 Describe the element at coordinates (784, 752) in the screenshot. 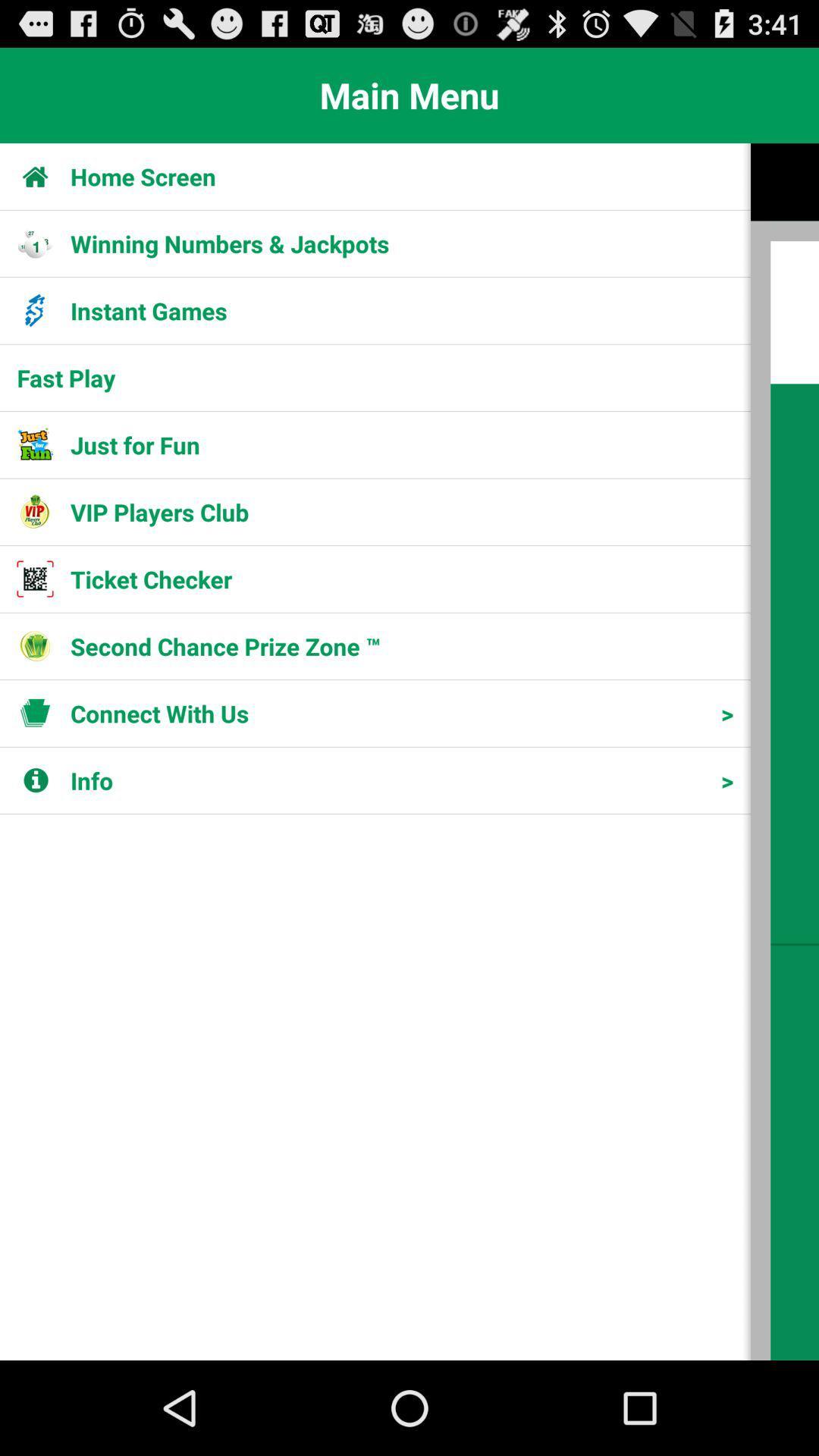

I see `return to previous page` at that location.